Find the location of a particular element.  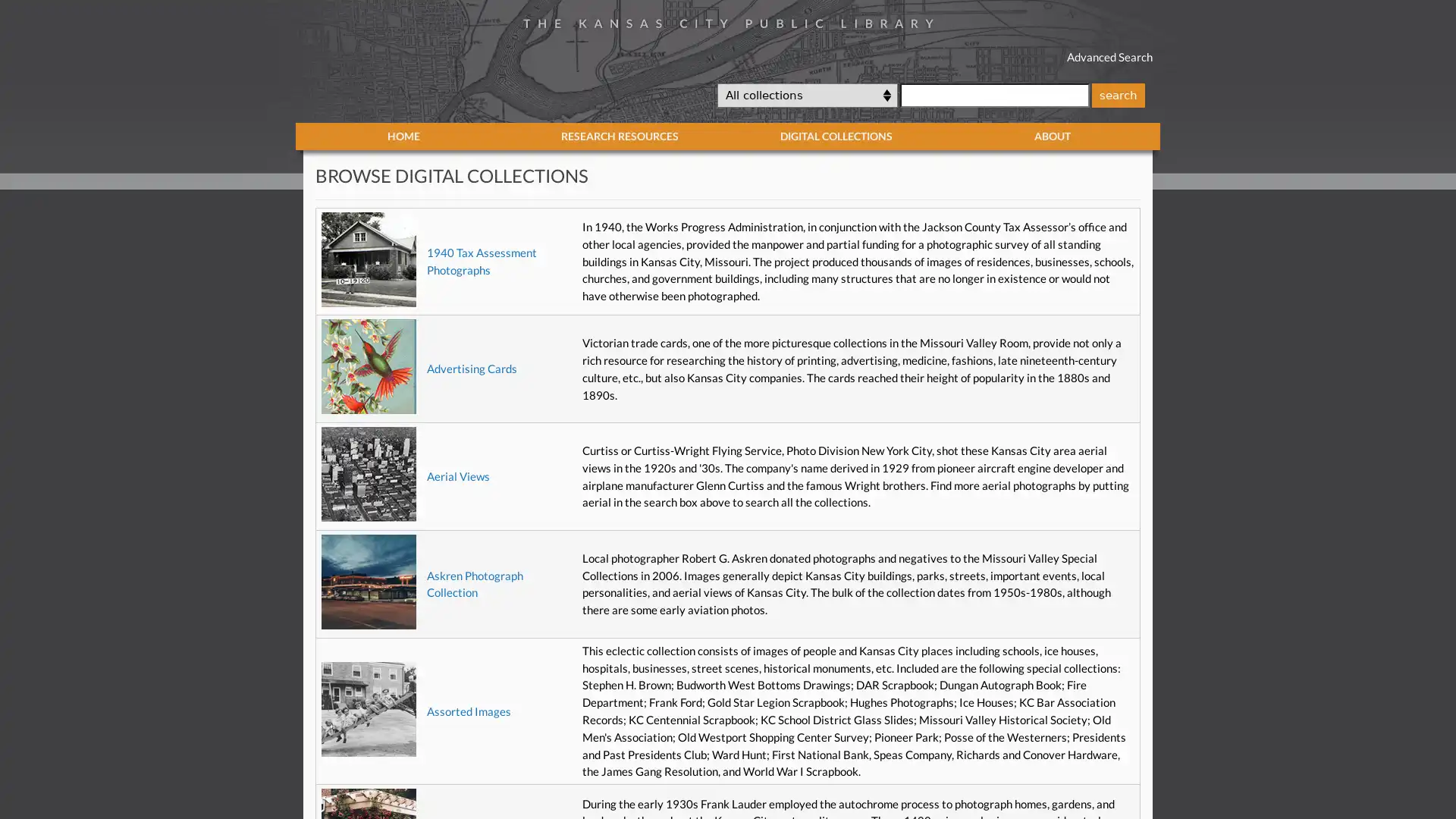

search is located at coordinates (1117, 94).